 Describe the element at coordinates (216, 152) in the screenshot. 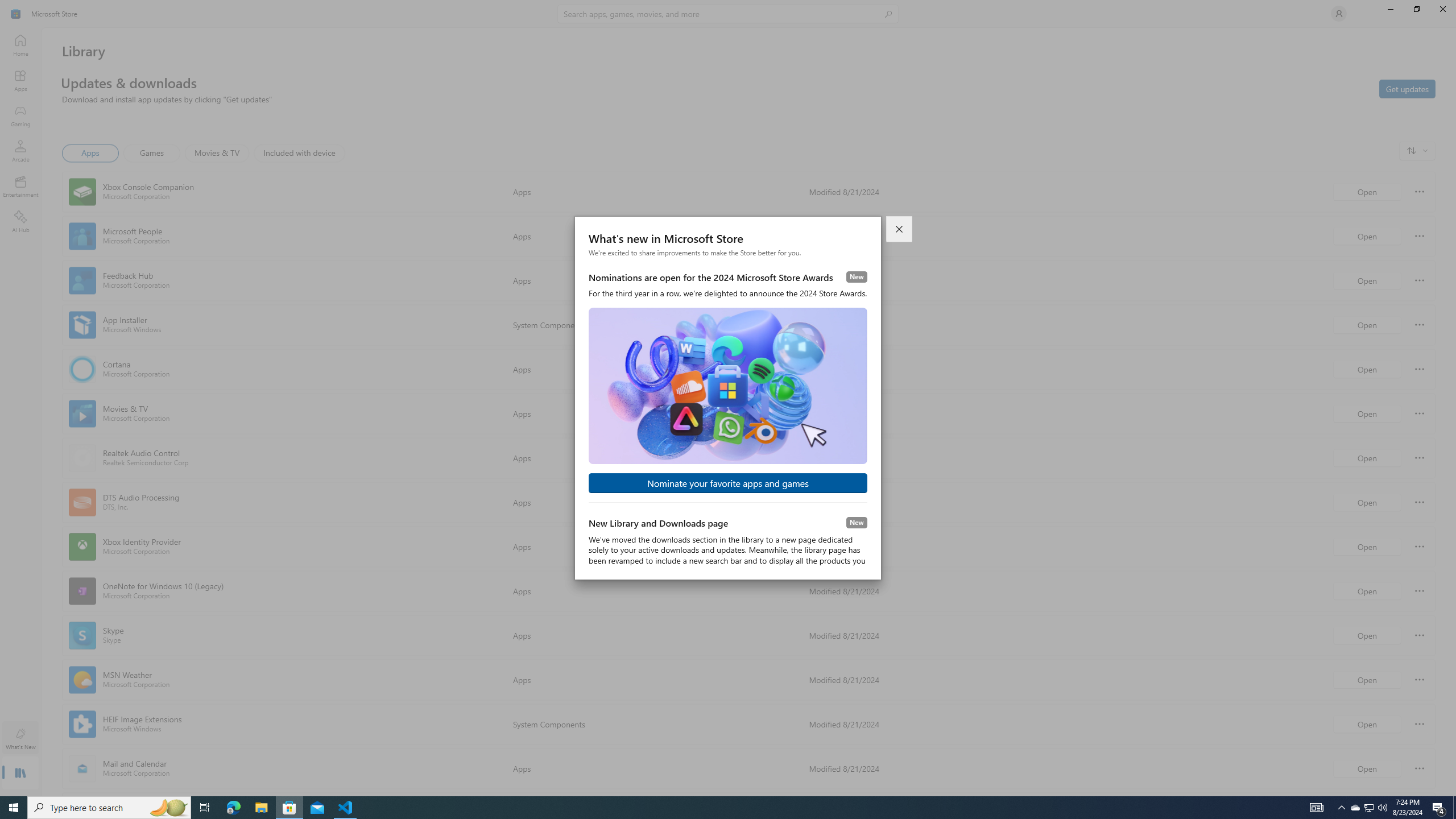

I see `'Movies & TV'` at that location.